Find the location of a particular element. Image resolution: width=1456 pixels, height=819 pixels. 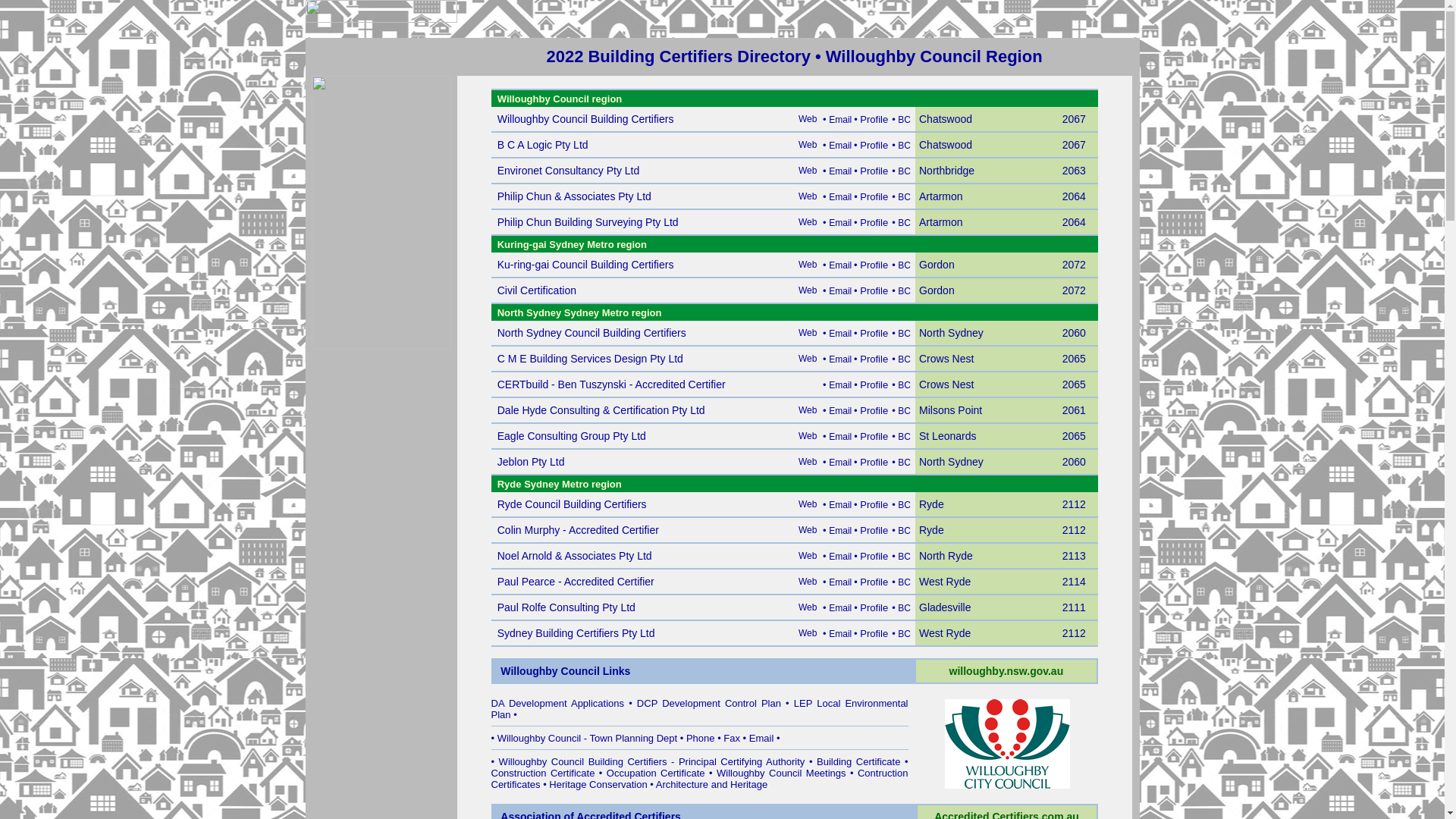

'Ryde Sydney Metro region' is located at coordinates (559, 483).